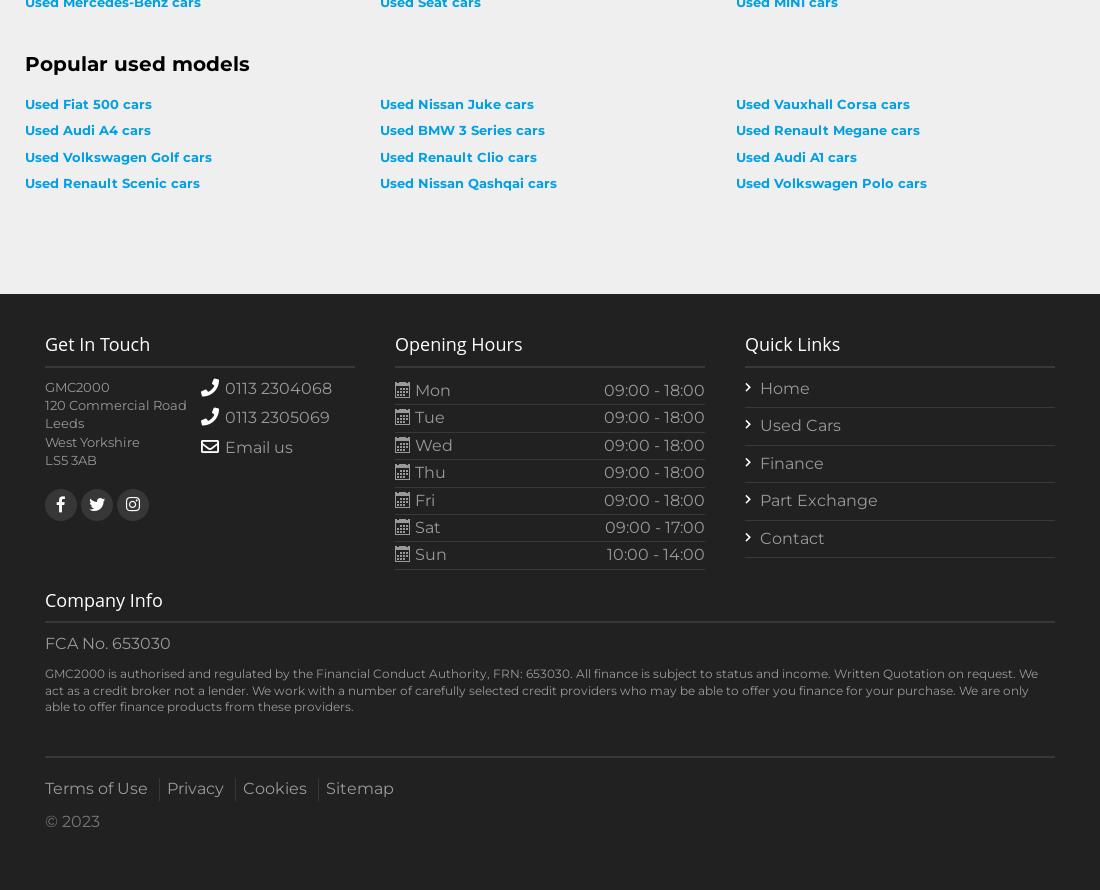 This screenshot has height=890, width=1100. Describe the element at coordinates (116, 404) in the screenshot. I see `'120 Commercial Road'` at that location.